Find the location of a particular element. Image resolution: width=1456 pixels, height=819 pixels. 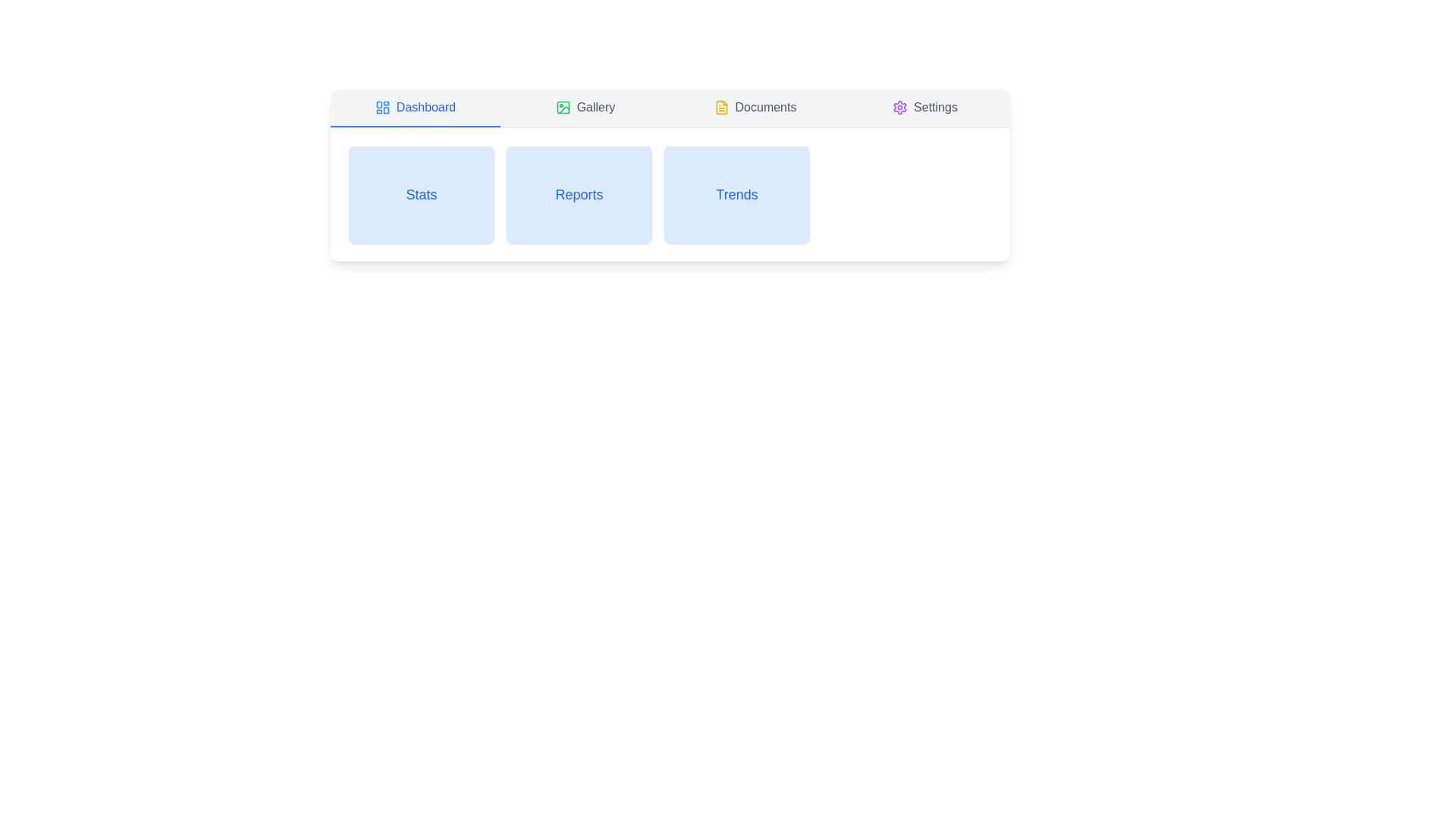

the 'Reports' text label, which is displayed in bold blue font within the center of a light blue rectangular card with rounded corners is located at coordinates (578, 194).